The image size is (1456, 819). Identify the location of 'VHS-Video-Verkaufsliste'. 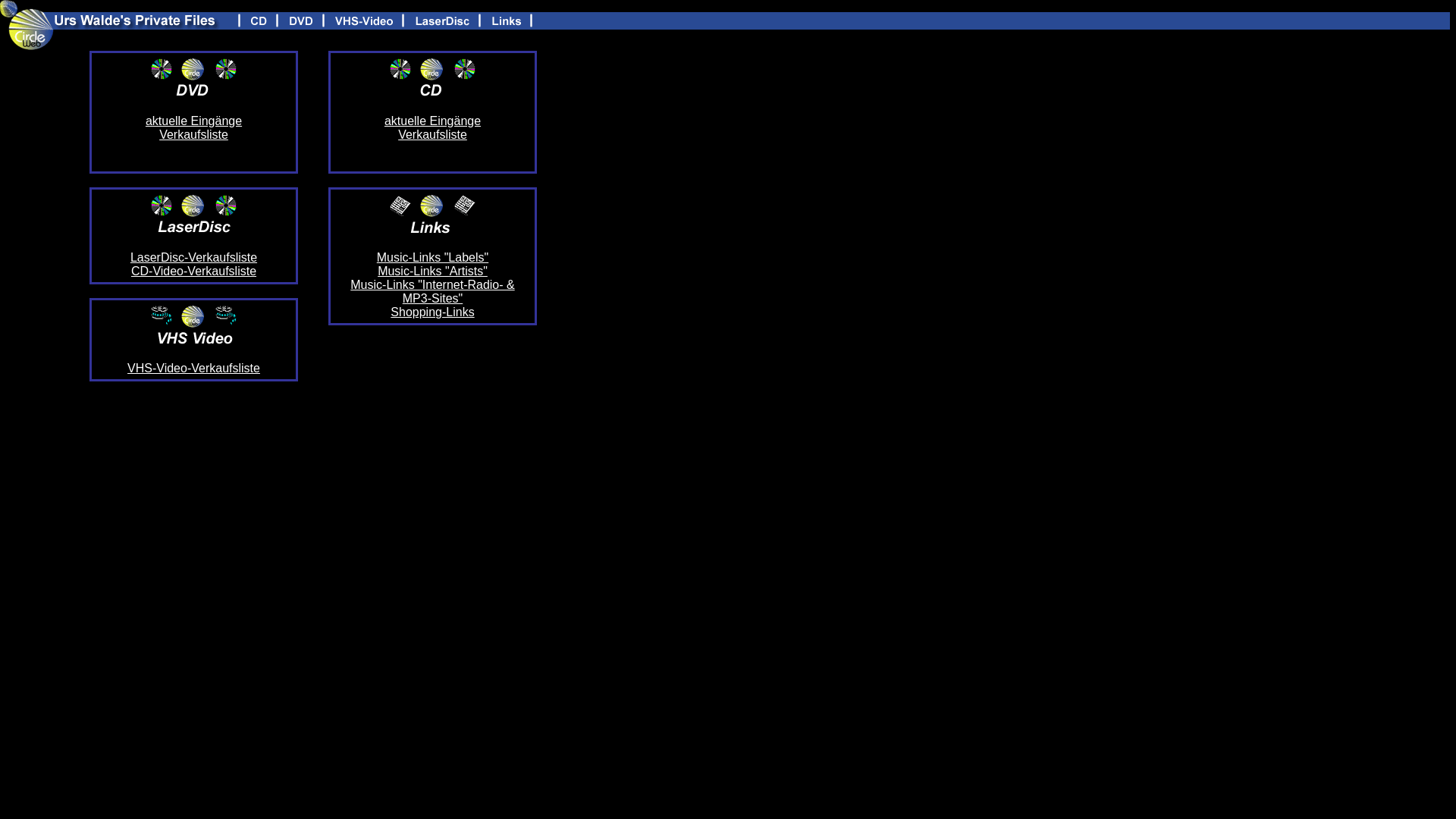
(193, 368).